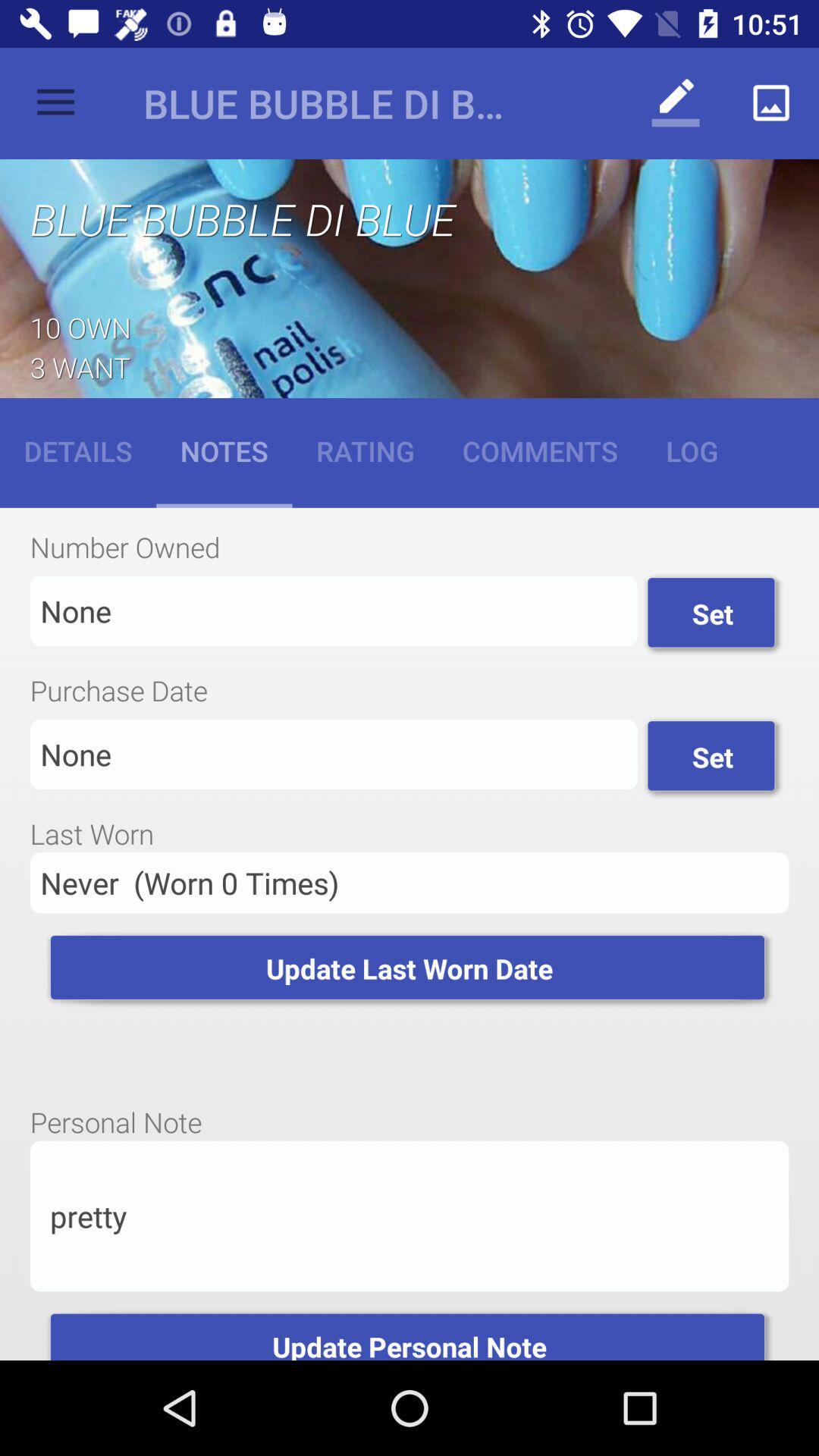 This screenshot has height=1456, width=819. Describe the element at coordinates (365, 450) in the screenshot. I see `icon to the left of comments icon` at that location.